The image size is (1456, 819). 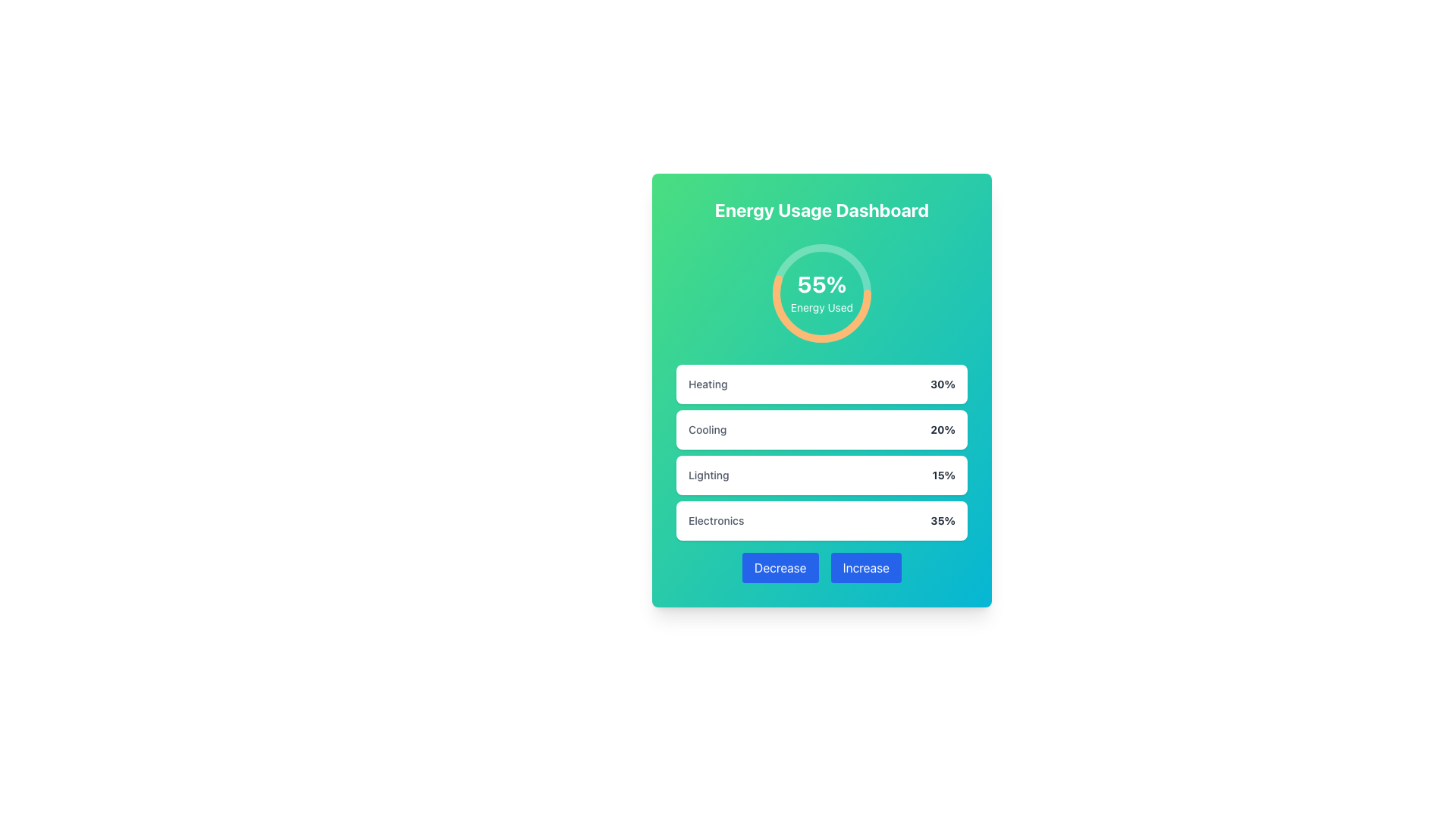 What do you see at coordinates (707, 430) in the screenshot?
I see `the 'Cooling' text label, which identifies the category within the energy usage statistics card, positioned to the left side of the card titled 'Cooling 20%', located beneath the 'Heating' card and above the 'Lighting' card` at bounding box center [707, 430].